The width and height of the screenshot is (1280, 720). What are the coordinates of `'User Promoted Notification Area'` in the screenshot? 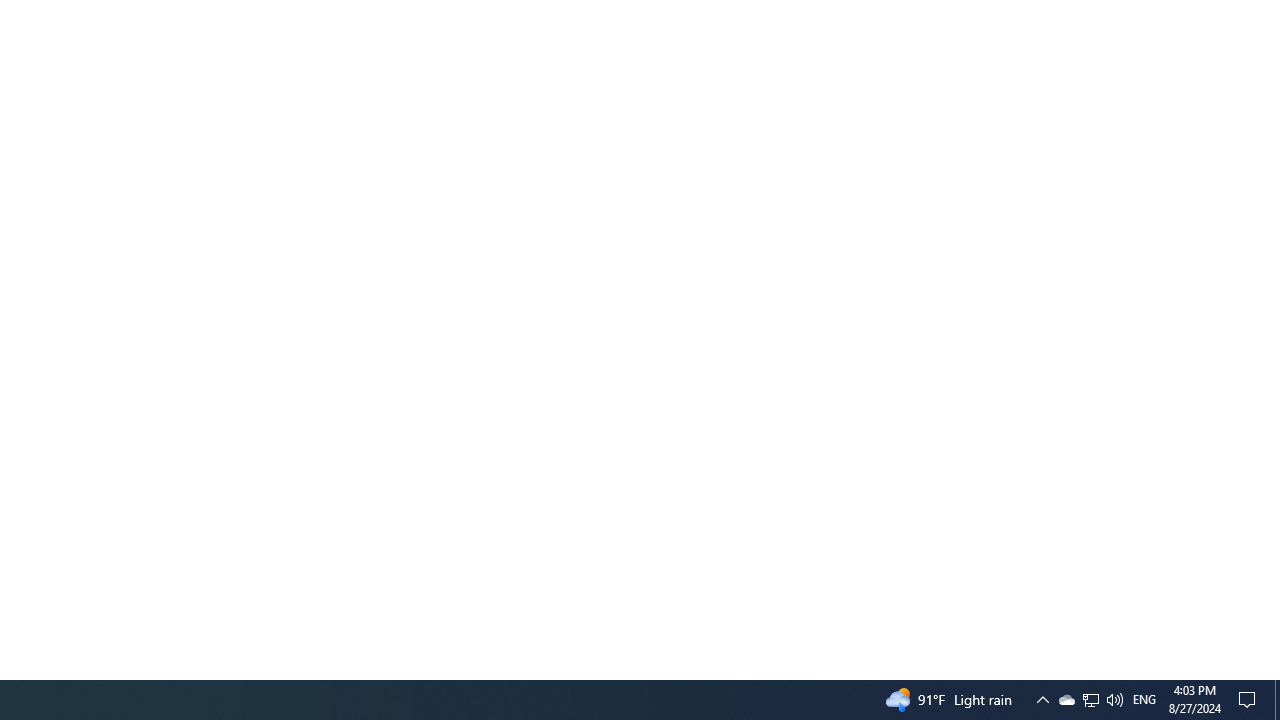 It's located at (1090, 698).